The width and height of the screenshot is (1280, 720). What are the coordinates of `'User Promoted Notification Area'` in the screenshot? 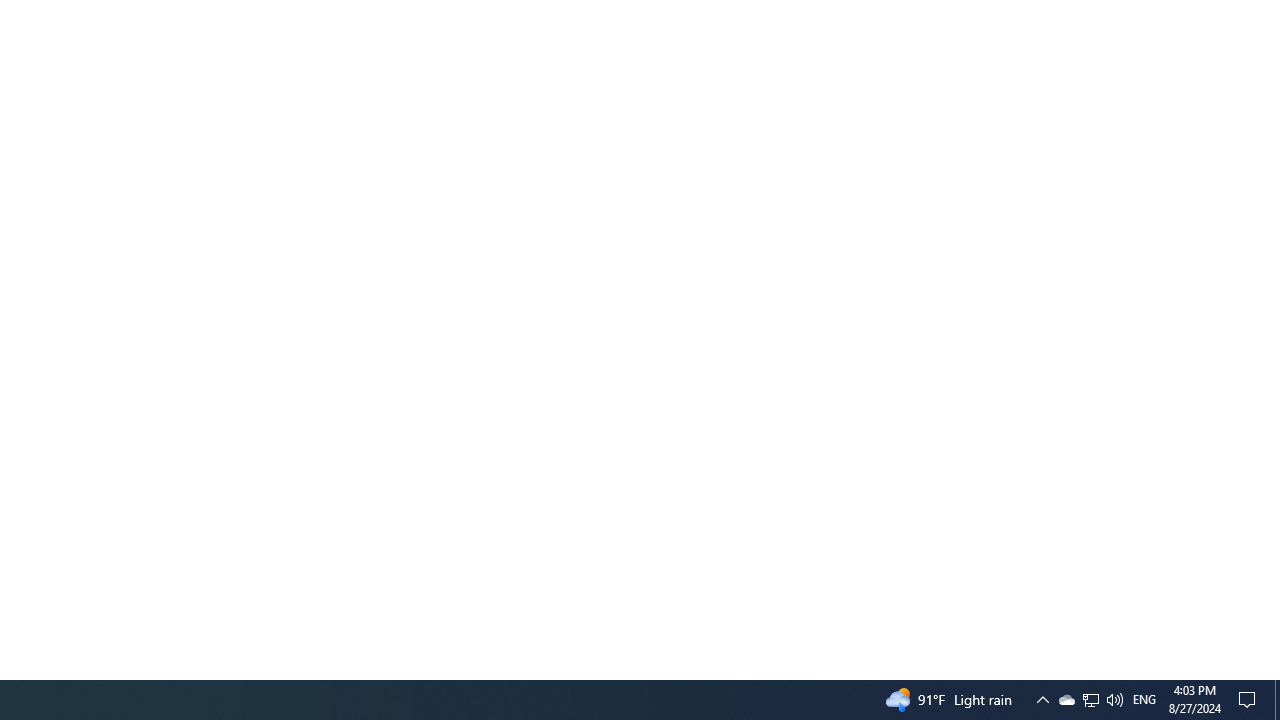 It's located at (1090, 698).